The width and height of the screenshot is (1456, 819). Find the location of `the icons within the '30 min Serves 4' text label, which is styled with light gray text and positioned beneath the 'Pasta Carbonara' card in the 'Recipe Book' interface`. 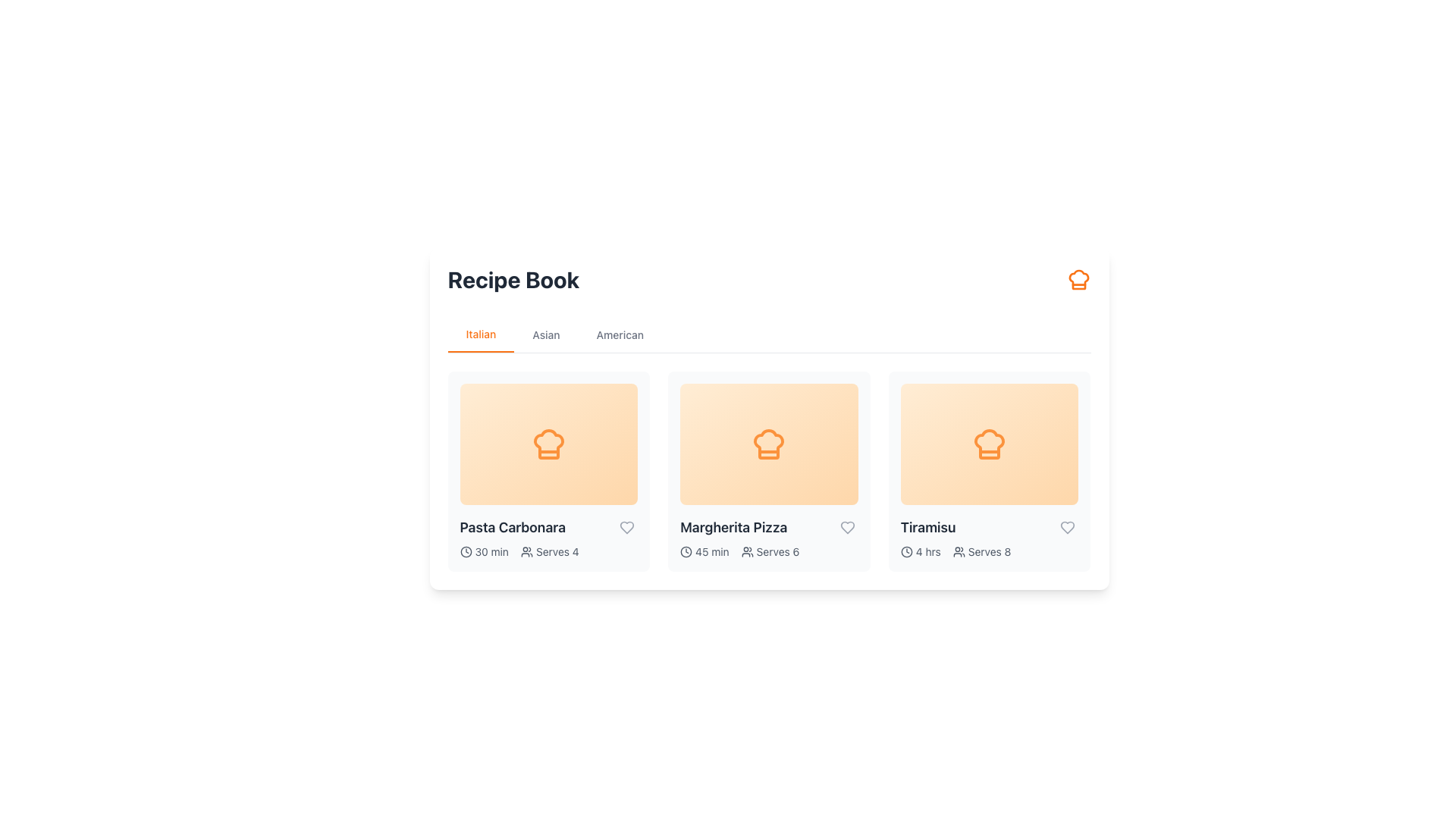

the icons within the '30 min Serves 4' text label, which is styled with light gray text and positioned beneath the 'Pasta Carbonara' card in the 'Recipe Book' interface is located at coordinates (548, 552).